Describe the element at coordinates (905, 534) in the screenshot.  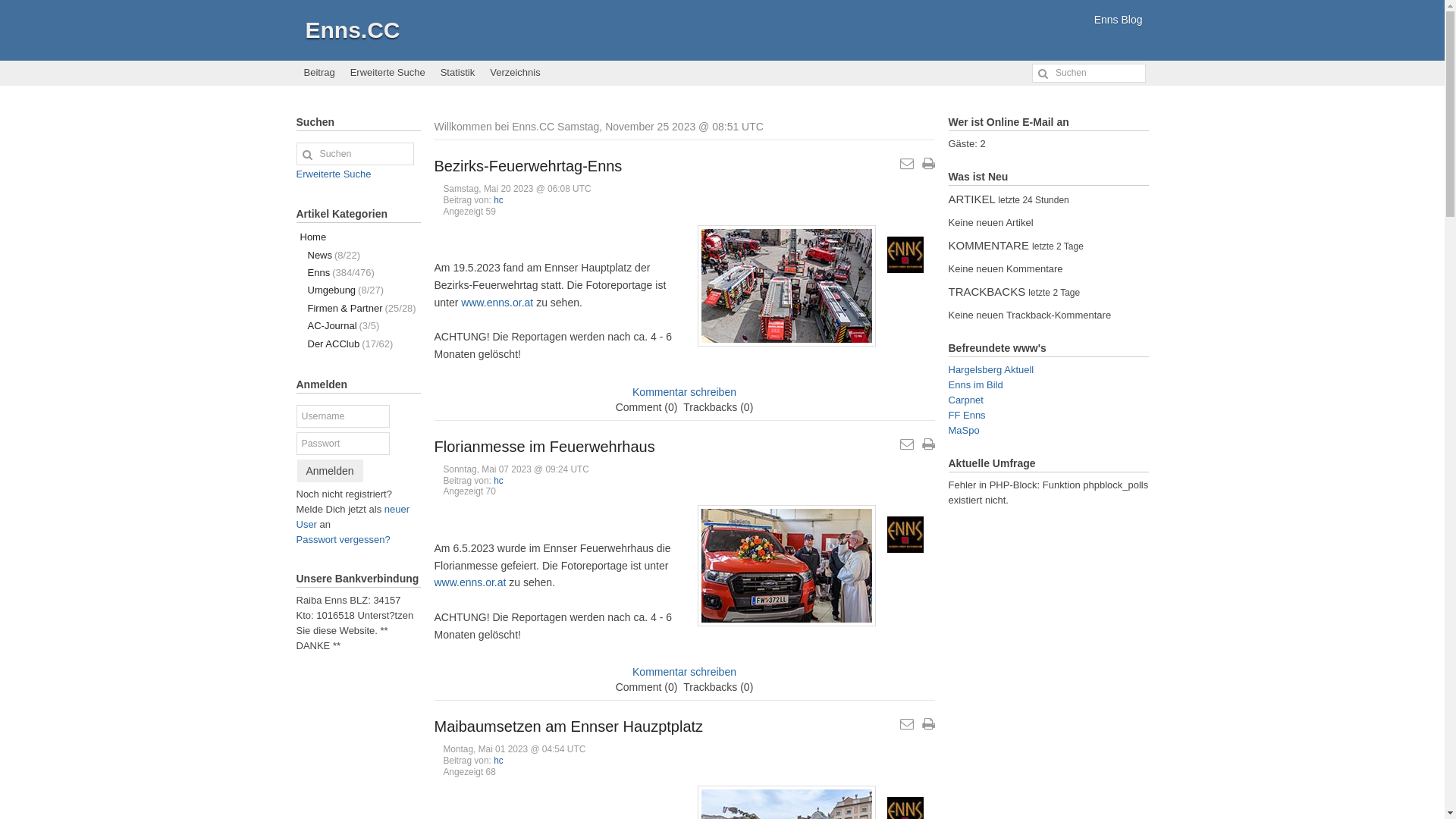
I see `'Enns'` at that location.